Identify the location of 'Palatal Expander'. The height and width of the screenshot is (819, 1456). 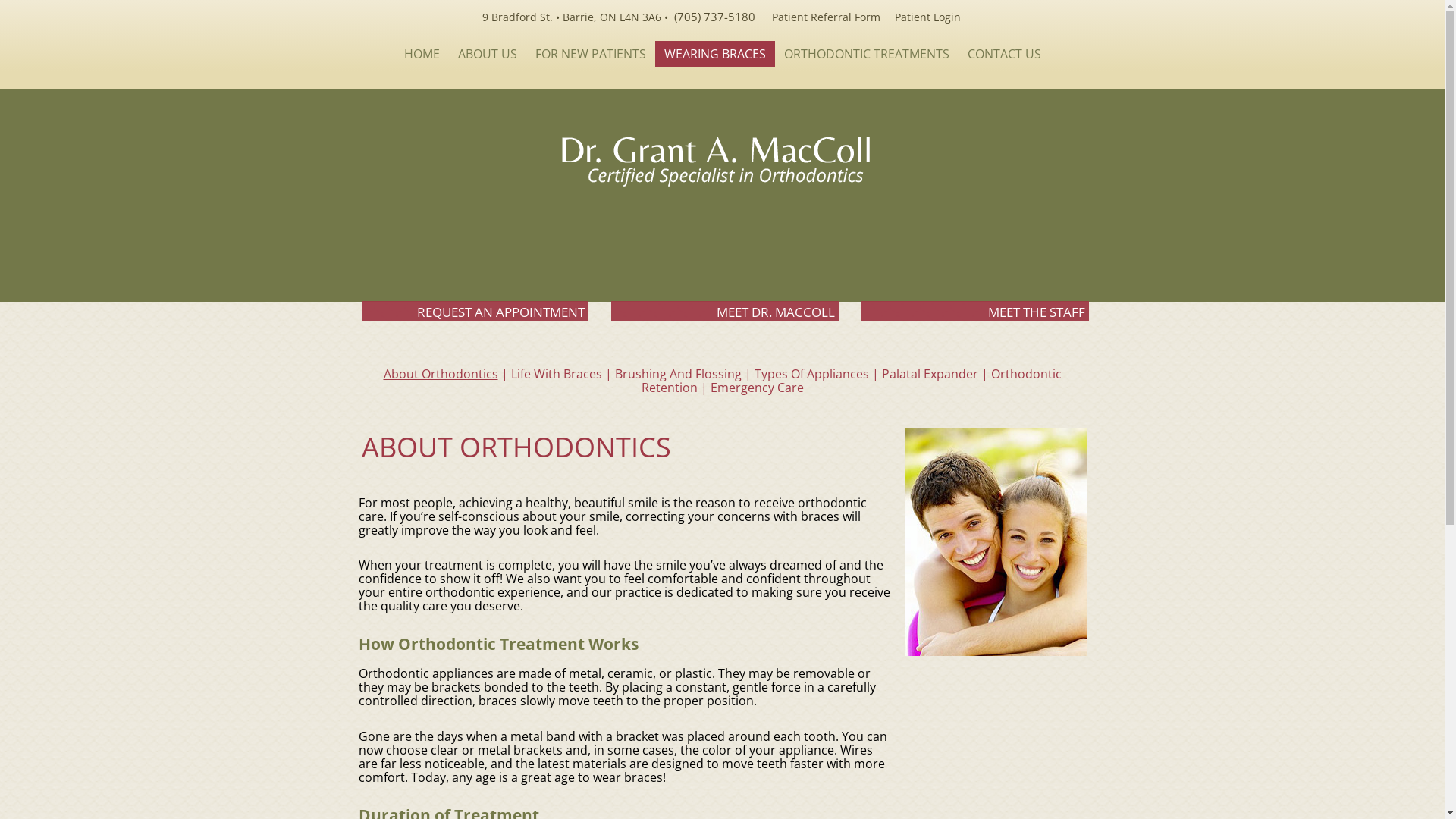
(880, 374).